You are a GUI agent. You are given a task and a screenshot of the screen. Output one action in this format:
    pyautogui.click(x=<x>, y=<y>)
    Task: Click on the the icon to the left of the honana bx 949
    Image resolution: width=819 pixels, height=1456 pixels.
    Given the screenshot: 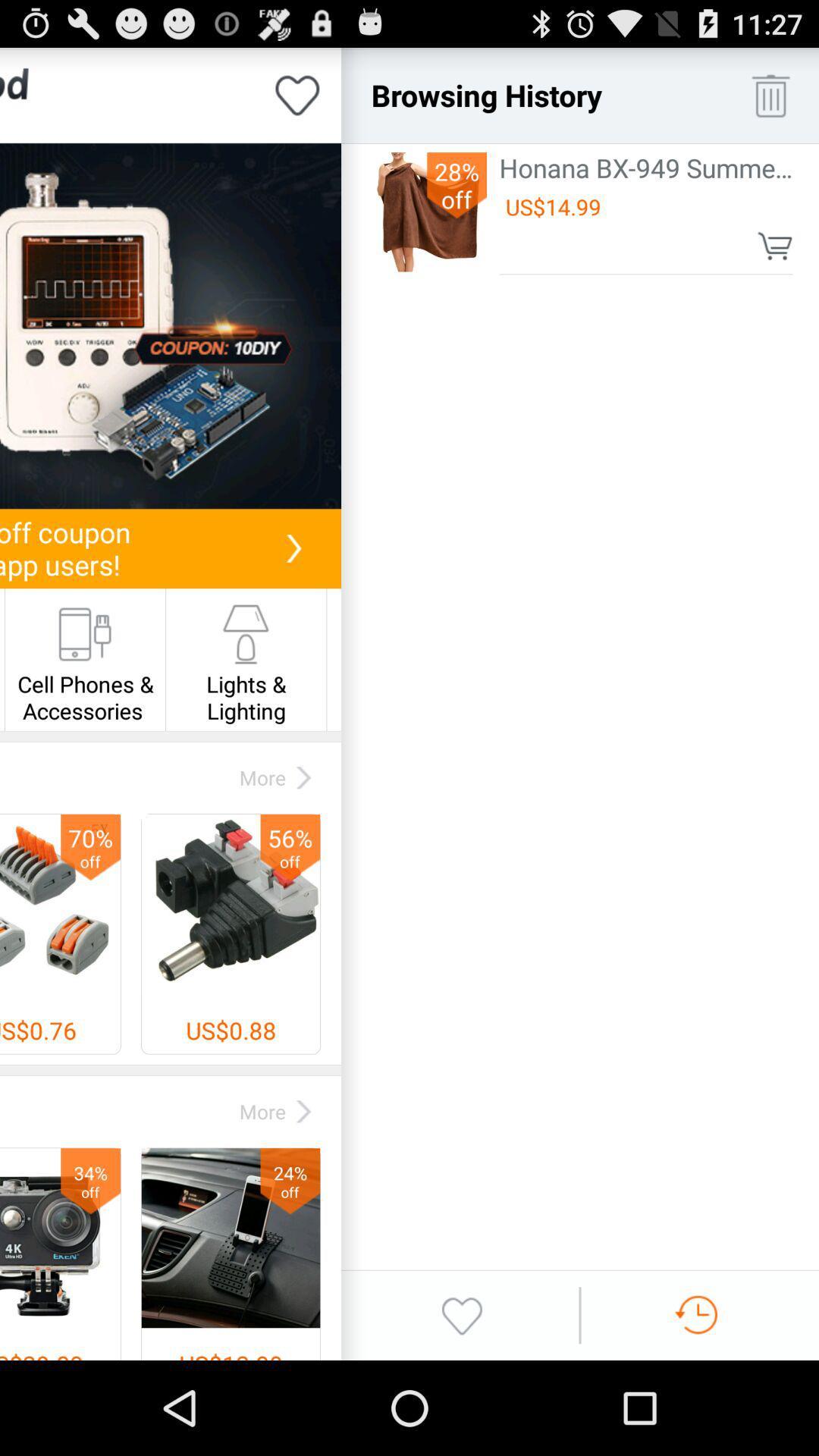 What is the action you would take?
    pyautogui.click(x=456, y=184)
    